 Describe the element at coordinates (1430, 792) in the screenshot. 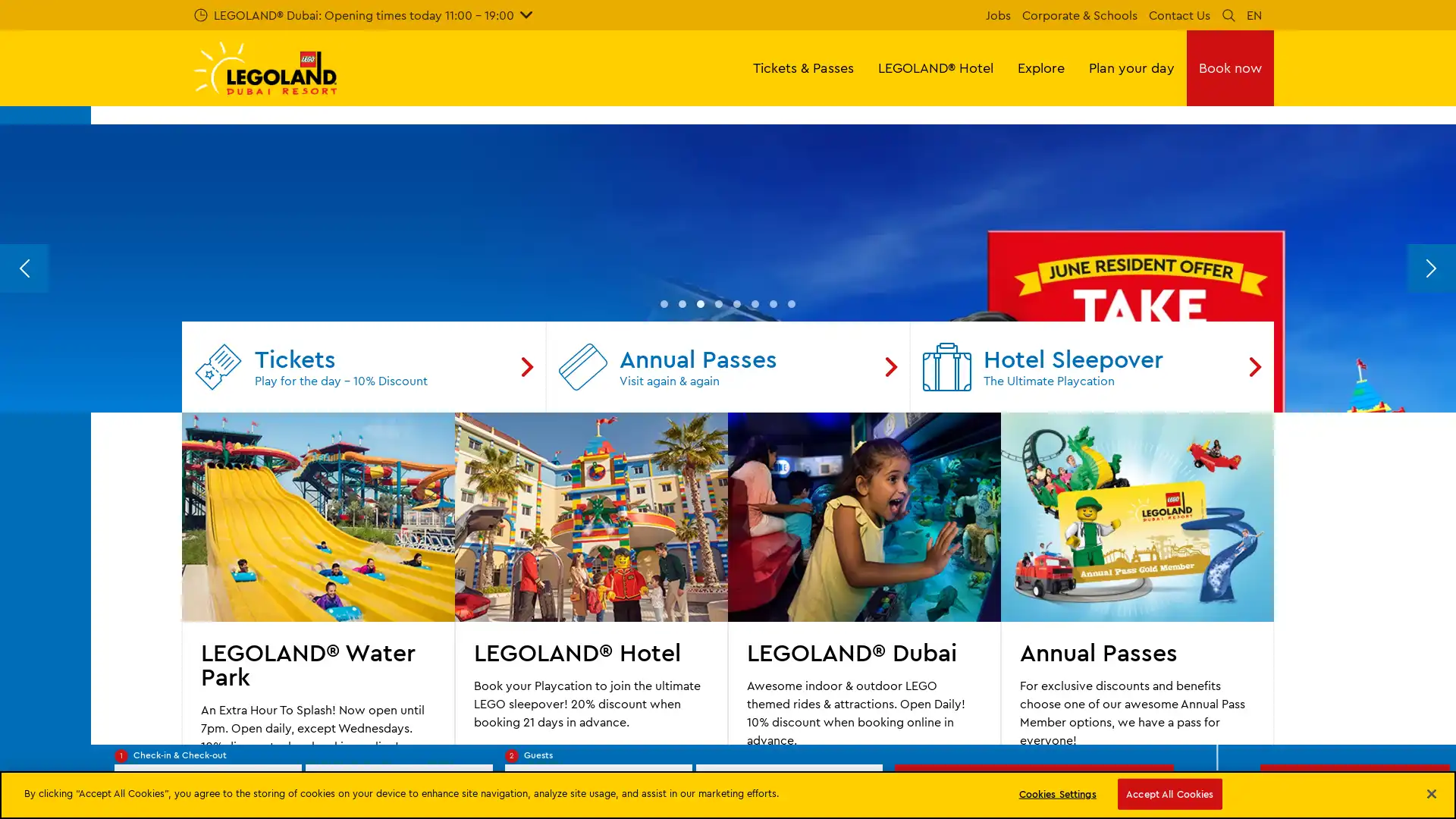

I see `Close` at that location.